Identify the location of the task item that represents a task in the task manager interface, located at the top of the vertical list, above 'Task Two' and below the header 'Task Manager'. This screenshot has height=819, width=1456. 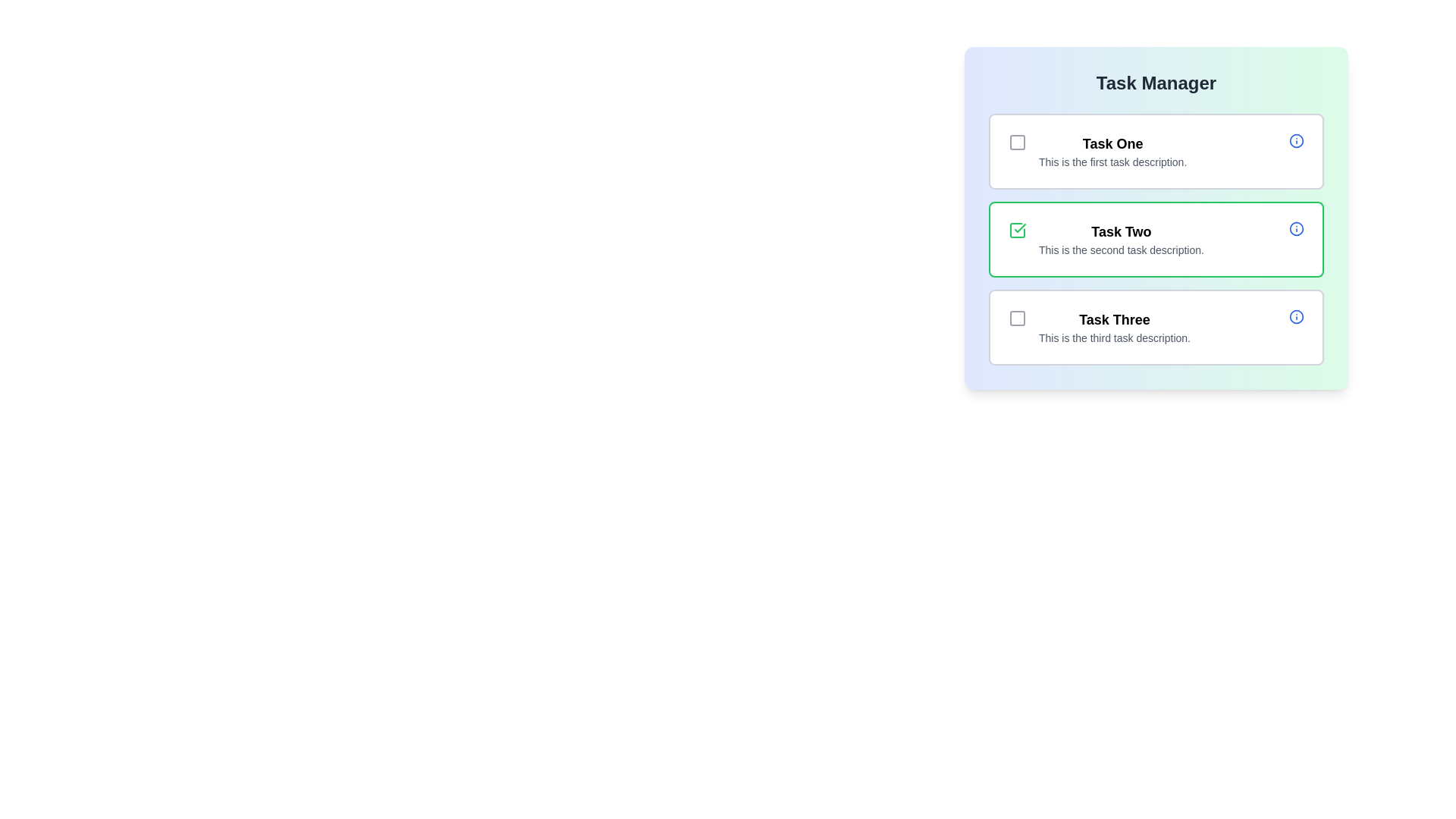
(1112, 152).